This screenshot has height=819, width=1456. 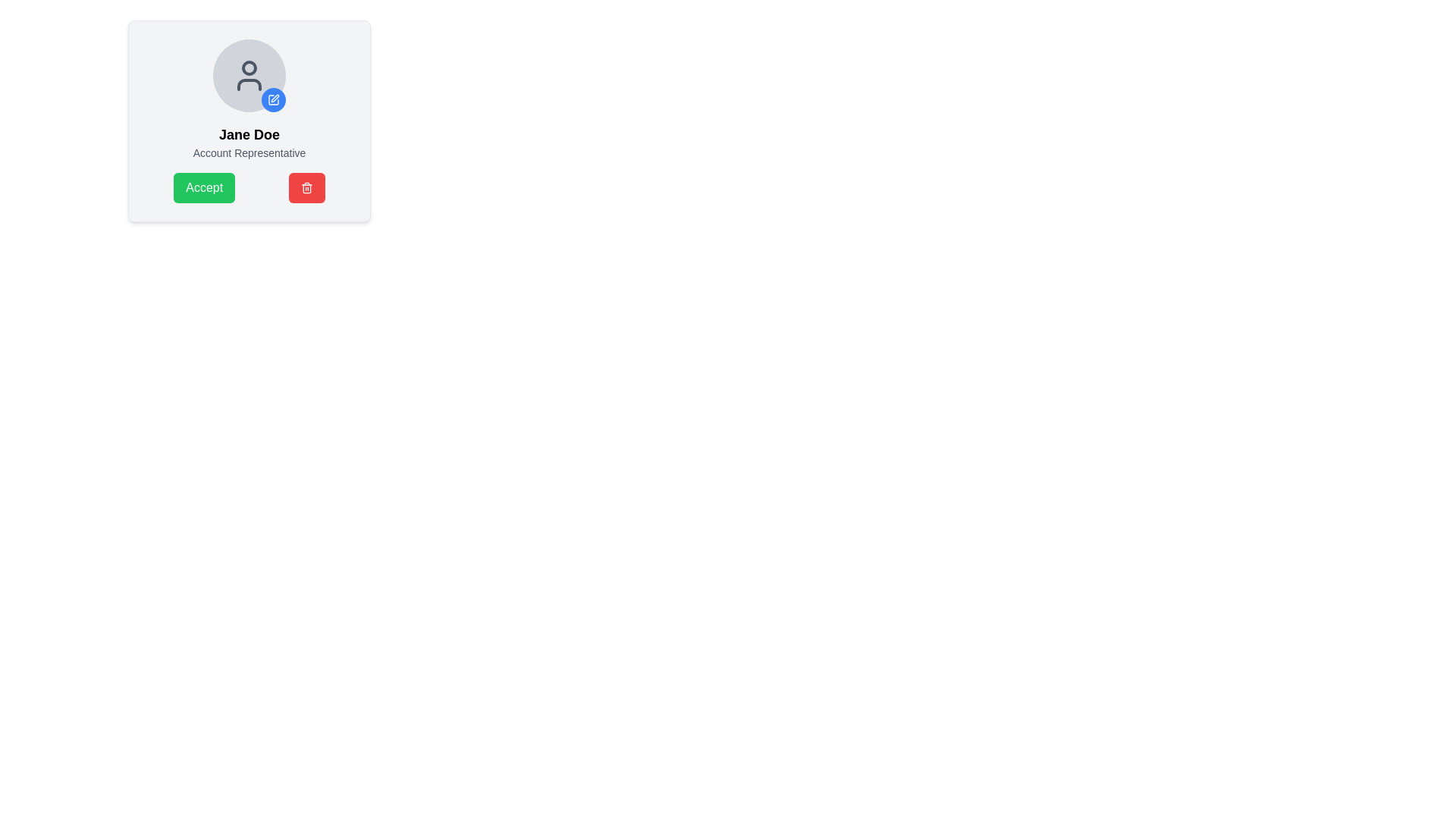 What do you see at coordinates (249, 152) in the screenshot?
I see `the Text Label that provides additional information about the user 'Jane Doe', positioned below the user's name and above the green 'Accept' button` at bounding box center [249, 152].